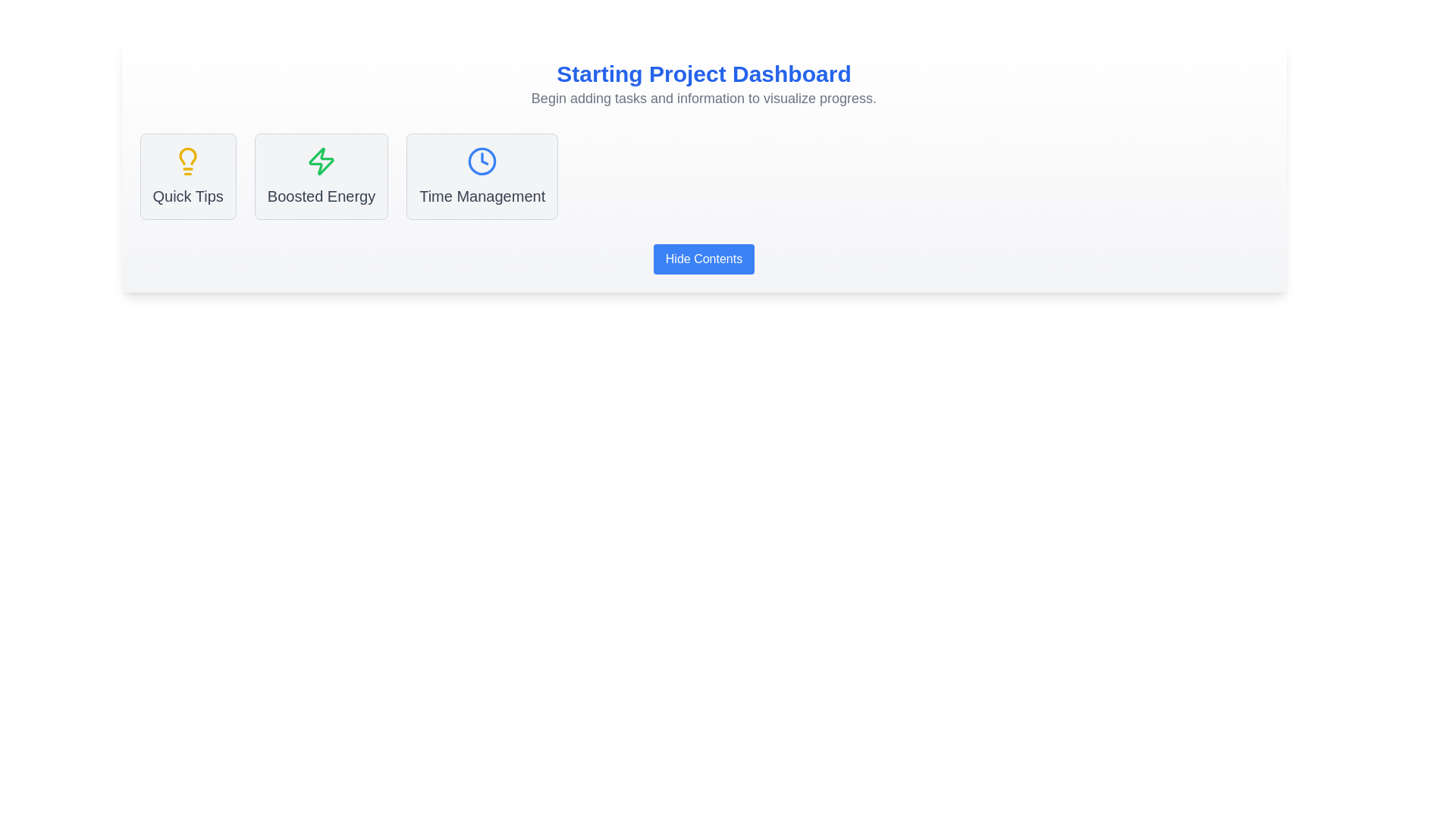 Image resolution: width=1456 pixels, height=819 pixels. Describe the element at coordinates (703, 84) in the screenshot. I see `the centered text block containing the heading 'Starting Project Dashboard' and subtext 'Begin adding tasks and information to visualize progress'` at that location.